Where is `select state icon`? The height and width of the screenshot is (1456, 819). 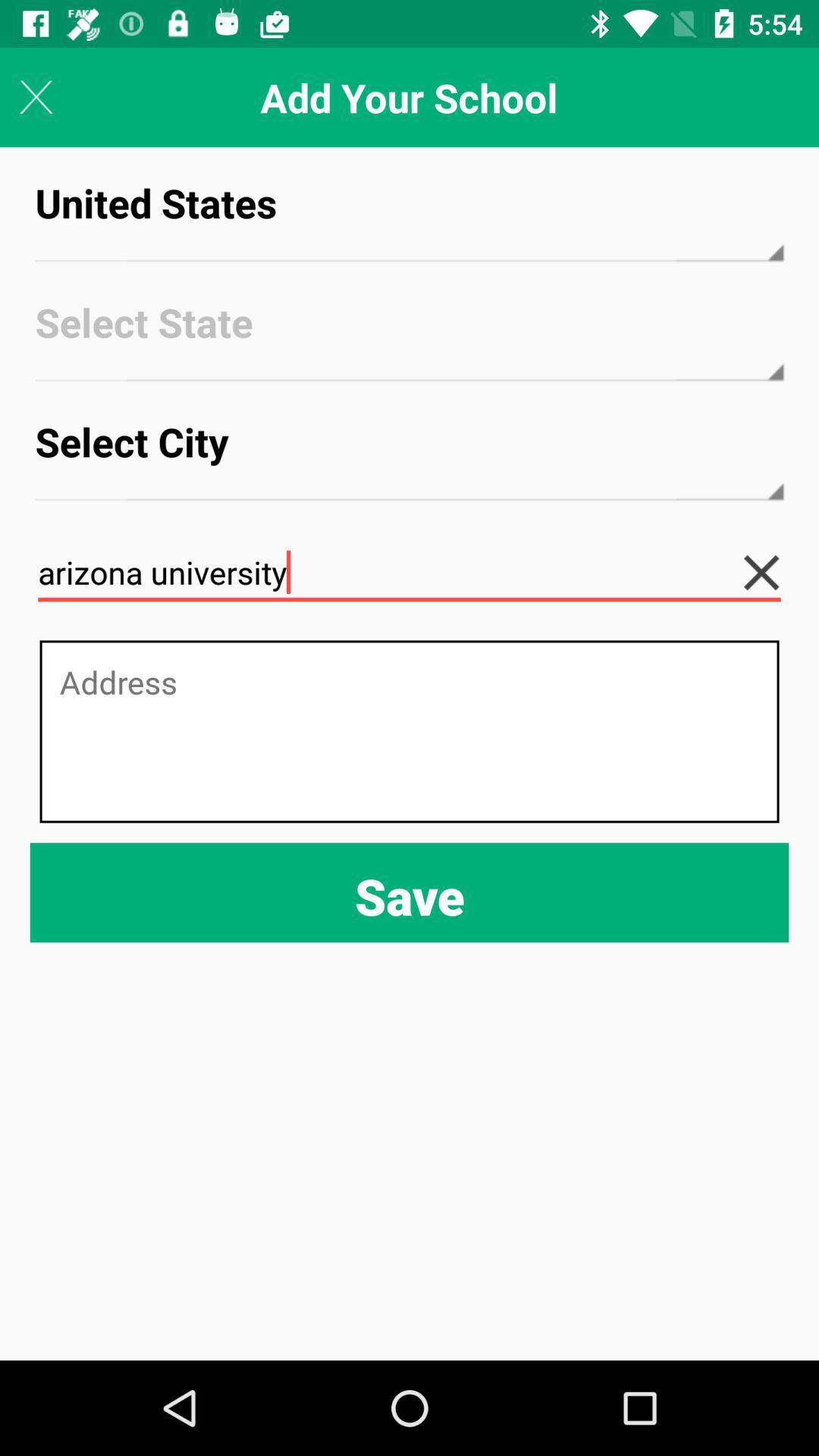
select state icon is located at coordinates (409, 335).